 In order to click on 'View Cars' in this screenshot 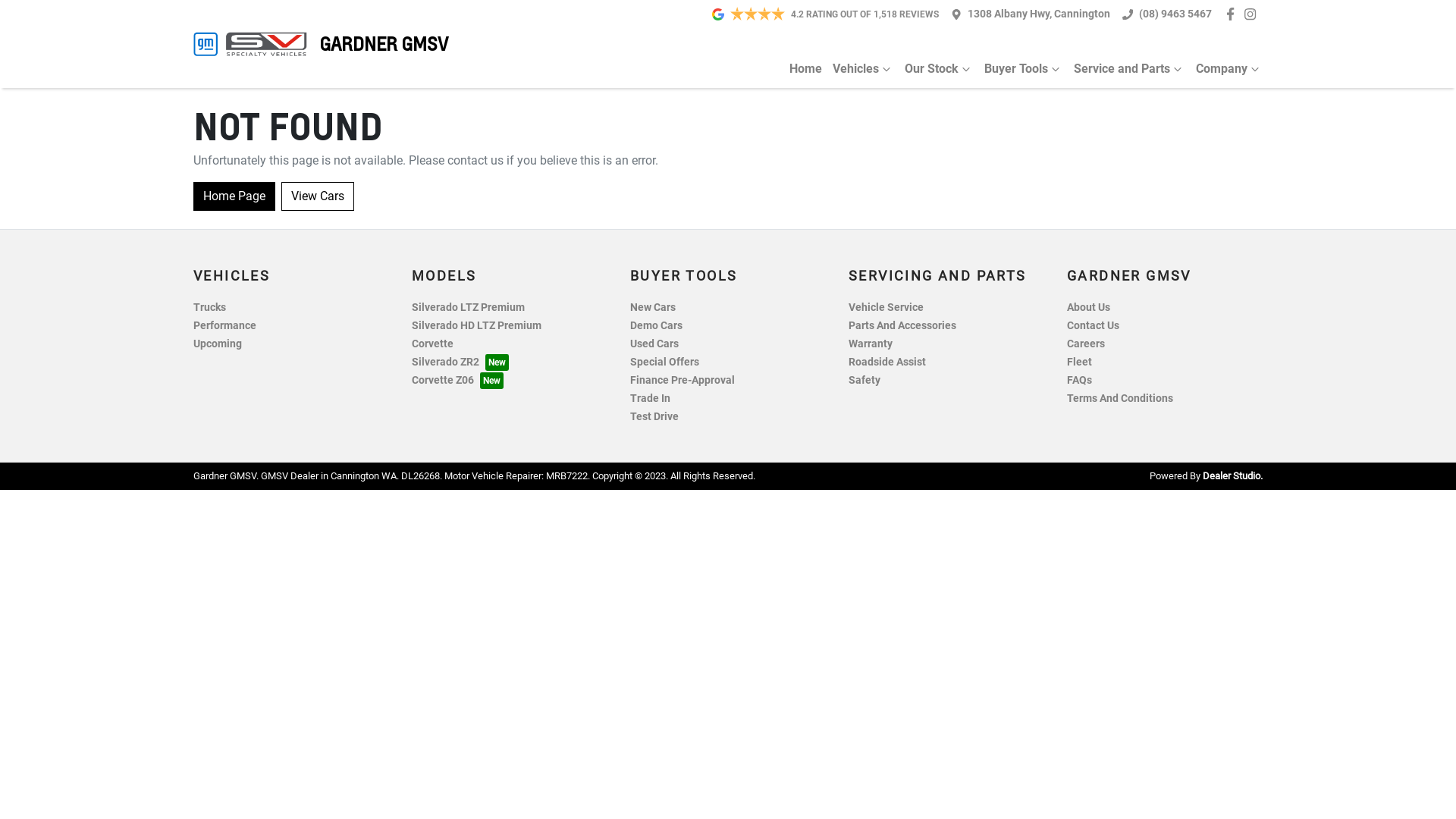, I will do `click(281, 195)`.